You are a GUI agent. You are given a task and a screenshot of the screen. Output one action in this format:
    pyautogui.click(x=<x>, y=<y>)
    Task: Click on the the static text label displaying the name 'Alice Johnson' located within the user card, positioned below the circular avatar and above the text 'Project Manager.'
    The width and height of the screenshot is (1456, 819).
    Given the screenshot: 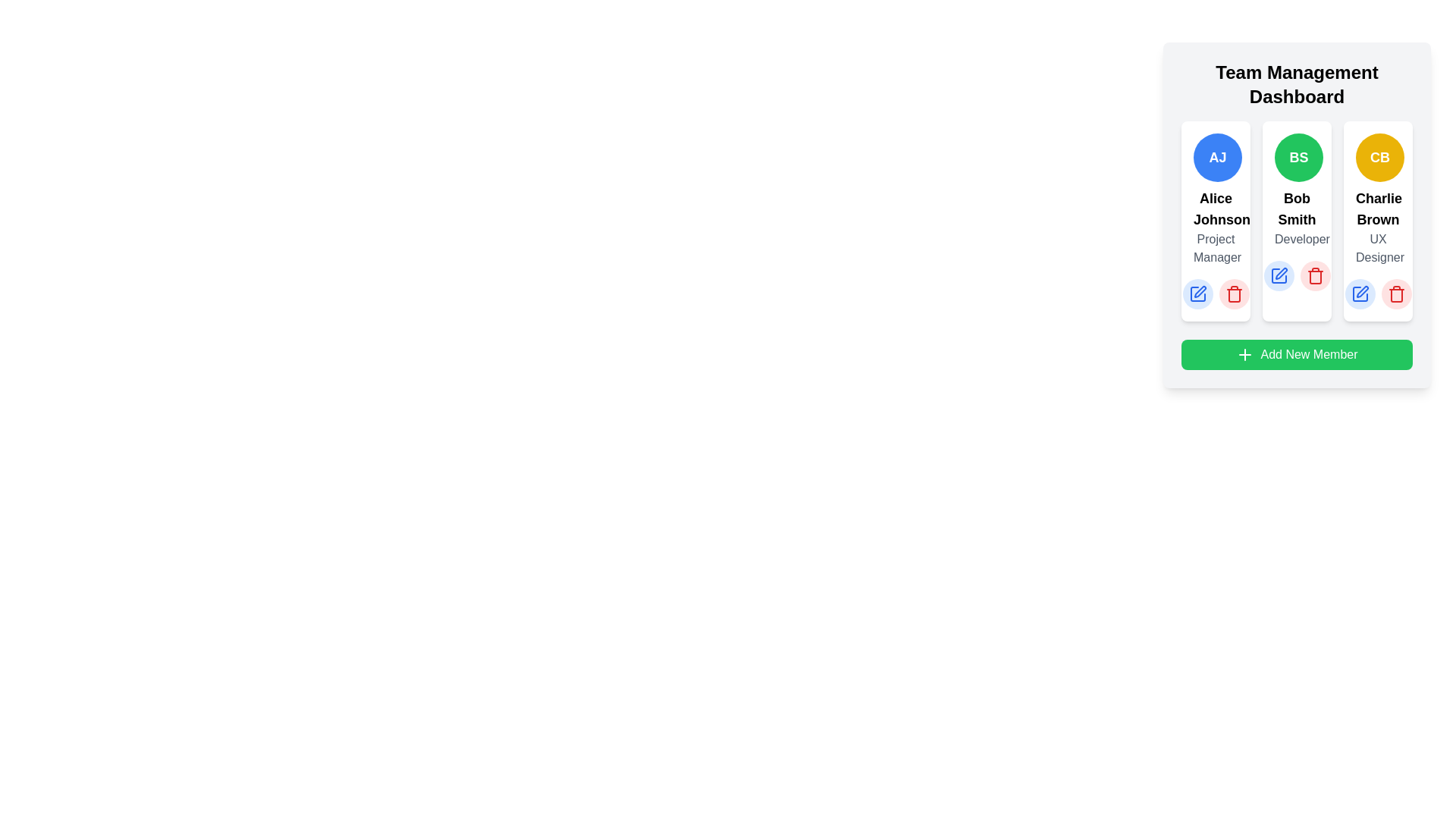 What is the action you would take?
    pyautogui.click(x=1216, y=209)
    